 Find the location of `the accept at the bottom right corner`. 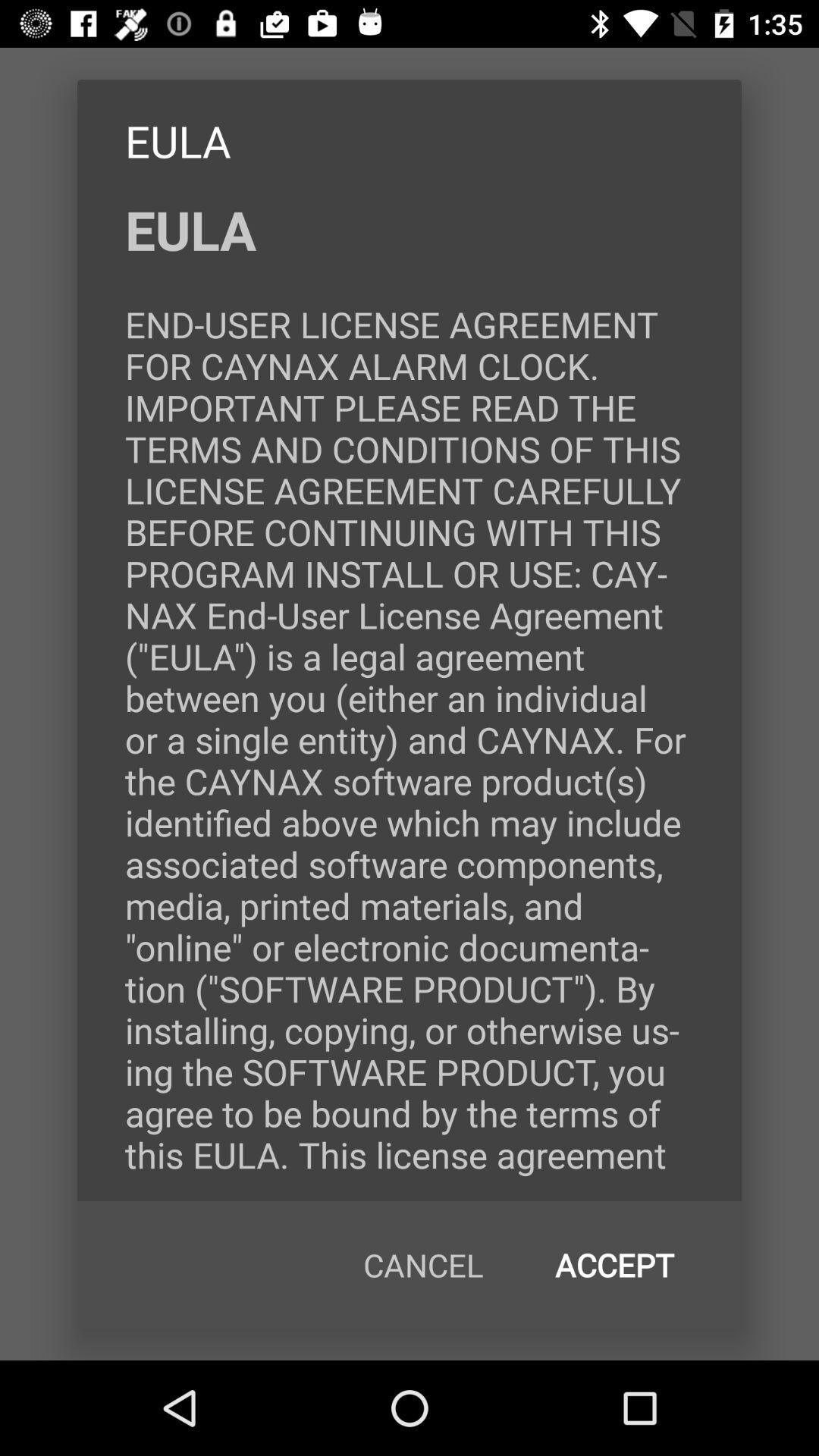

the accept at the bottom right corner is located at coordinates (614, 1265).